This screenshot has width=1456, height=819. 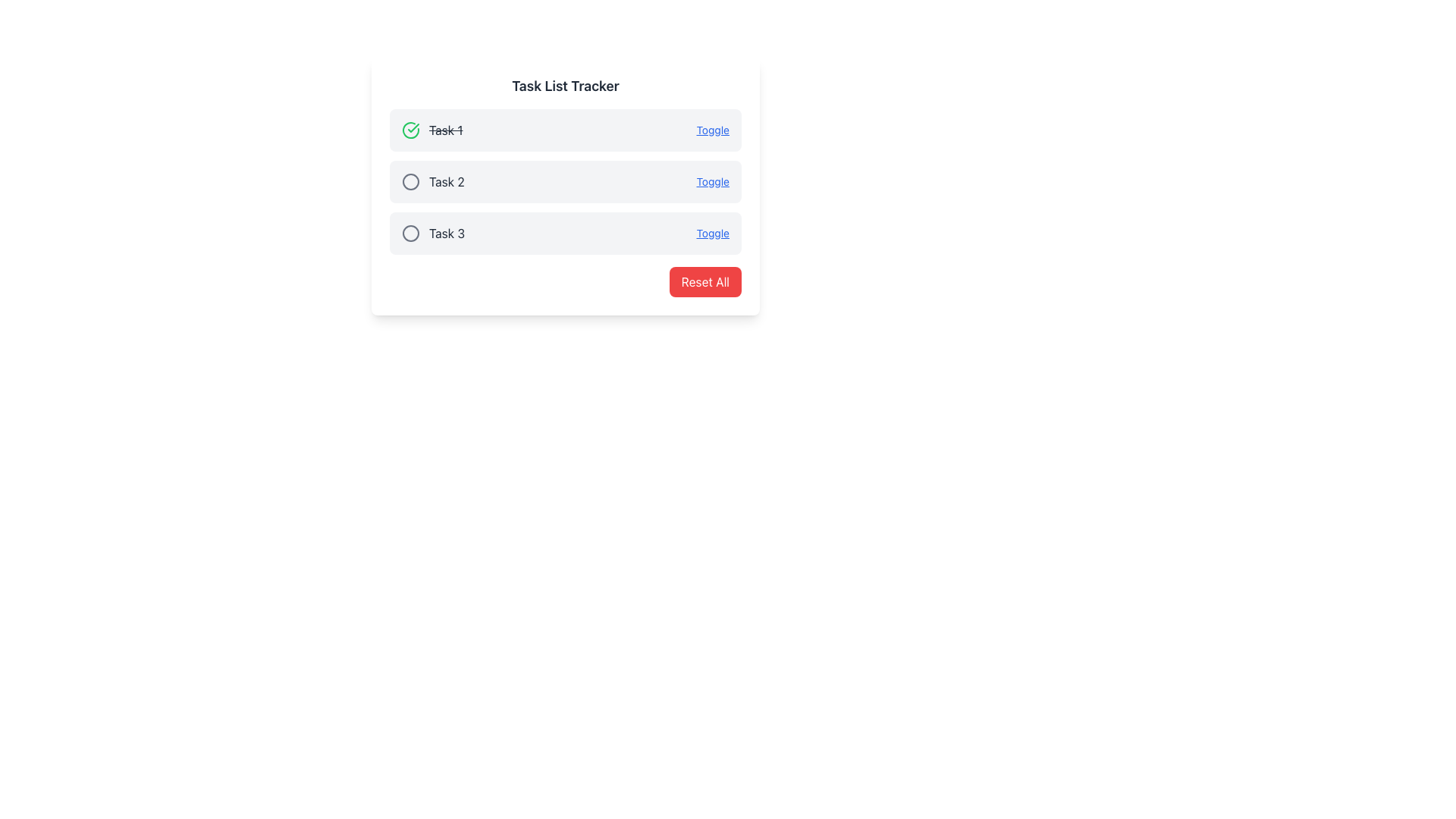 What do you see at coordinates (704, 281) in the screenshot?
I see `the 'Reset All' button located at the bottom-right section of the task-related information to reset all tasks` at bounding box center [704, 281].